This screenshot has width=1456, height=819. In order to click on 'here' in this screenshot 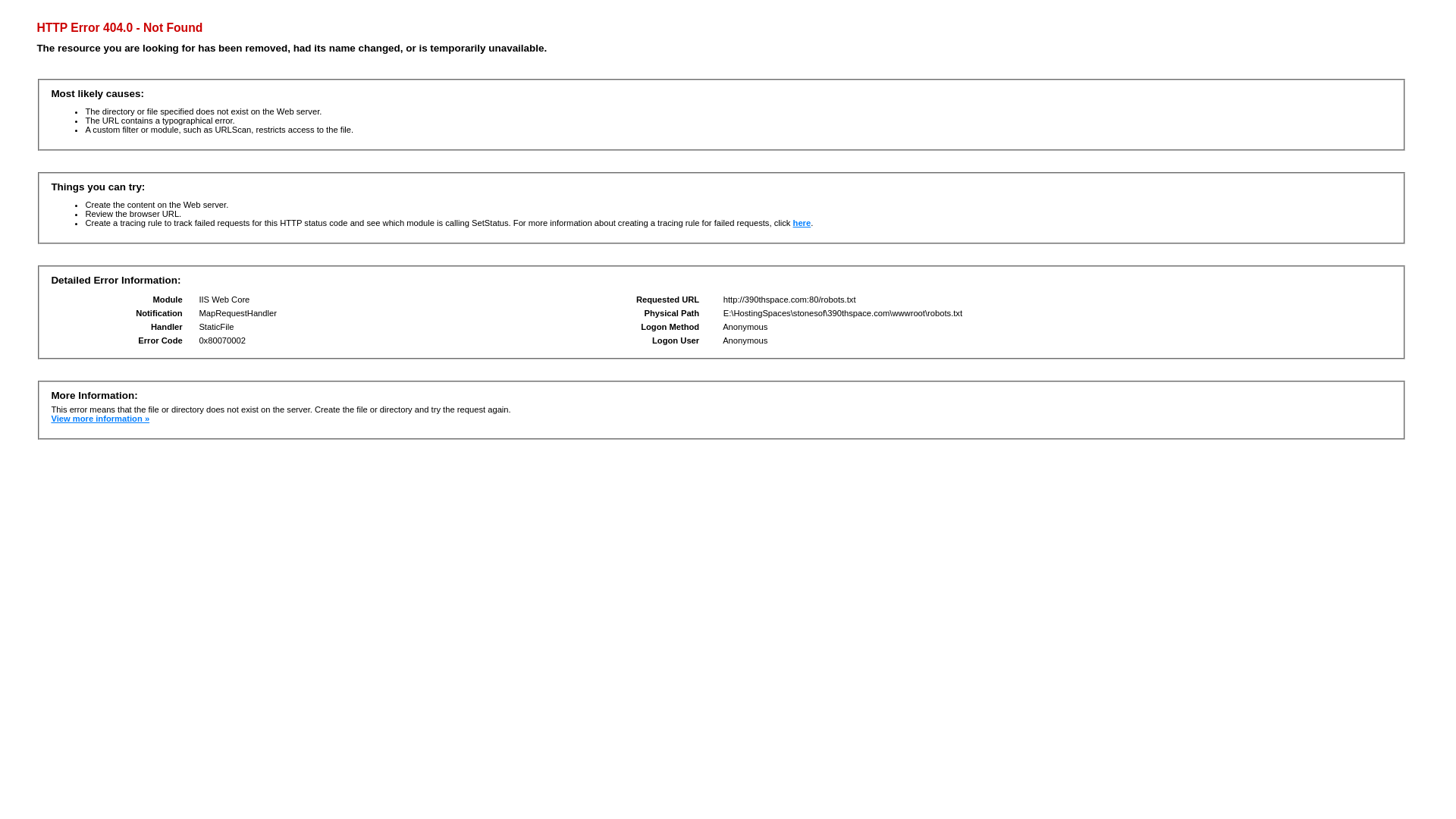, I will do `click(801, 222)`.